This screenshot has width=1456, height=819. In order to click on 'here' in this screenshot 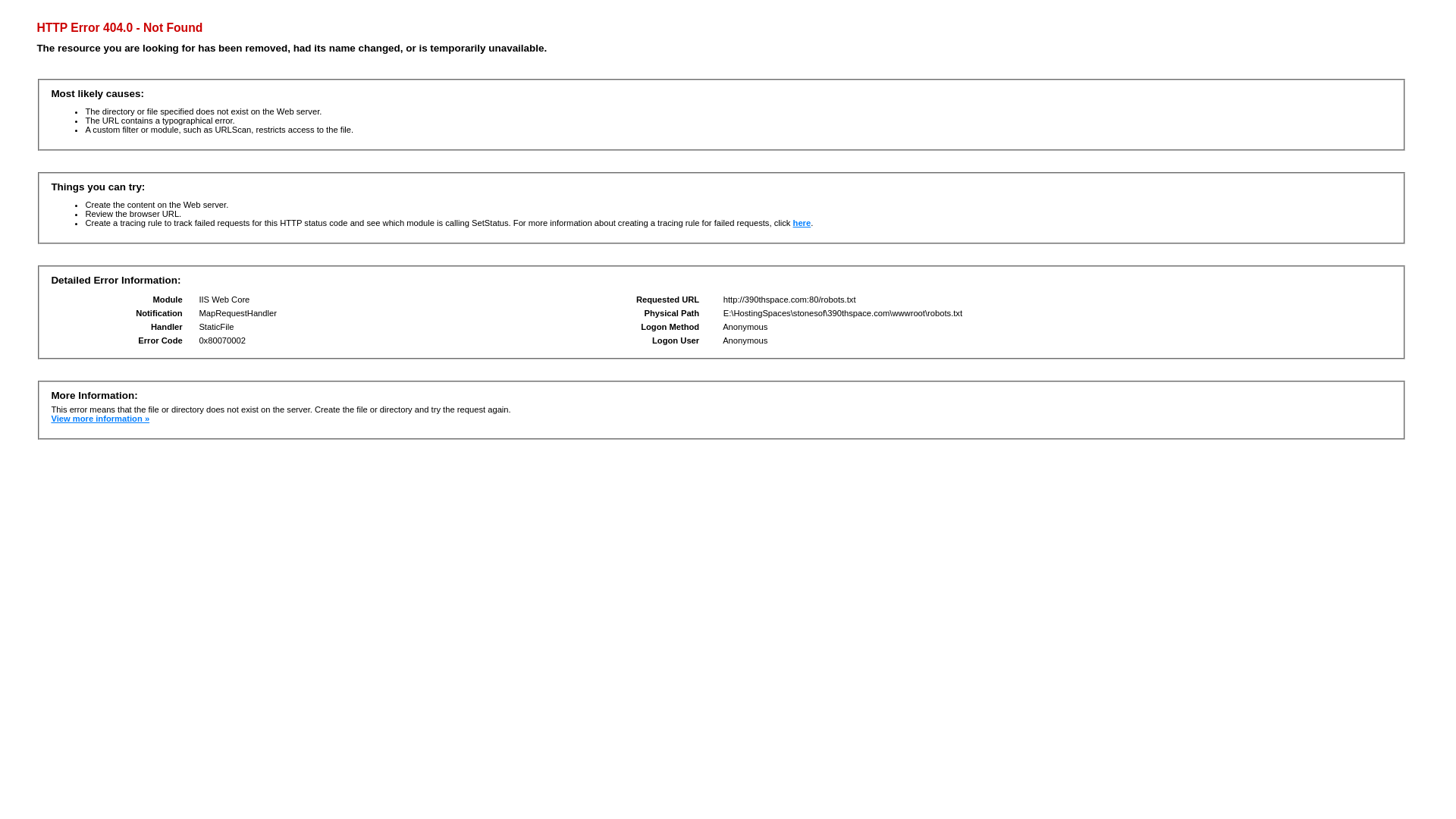, I will do `click(801, 222)`.